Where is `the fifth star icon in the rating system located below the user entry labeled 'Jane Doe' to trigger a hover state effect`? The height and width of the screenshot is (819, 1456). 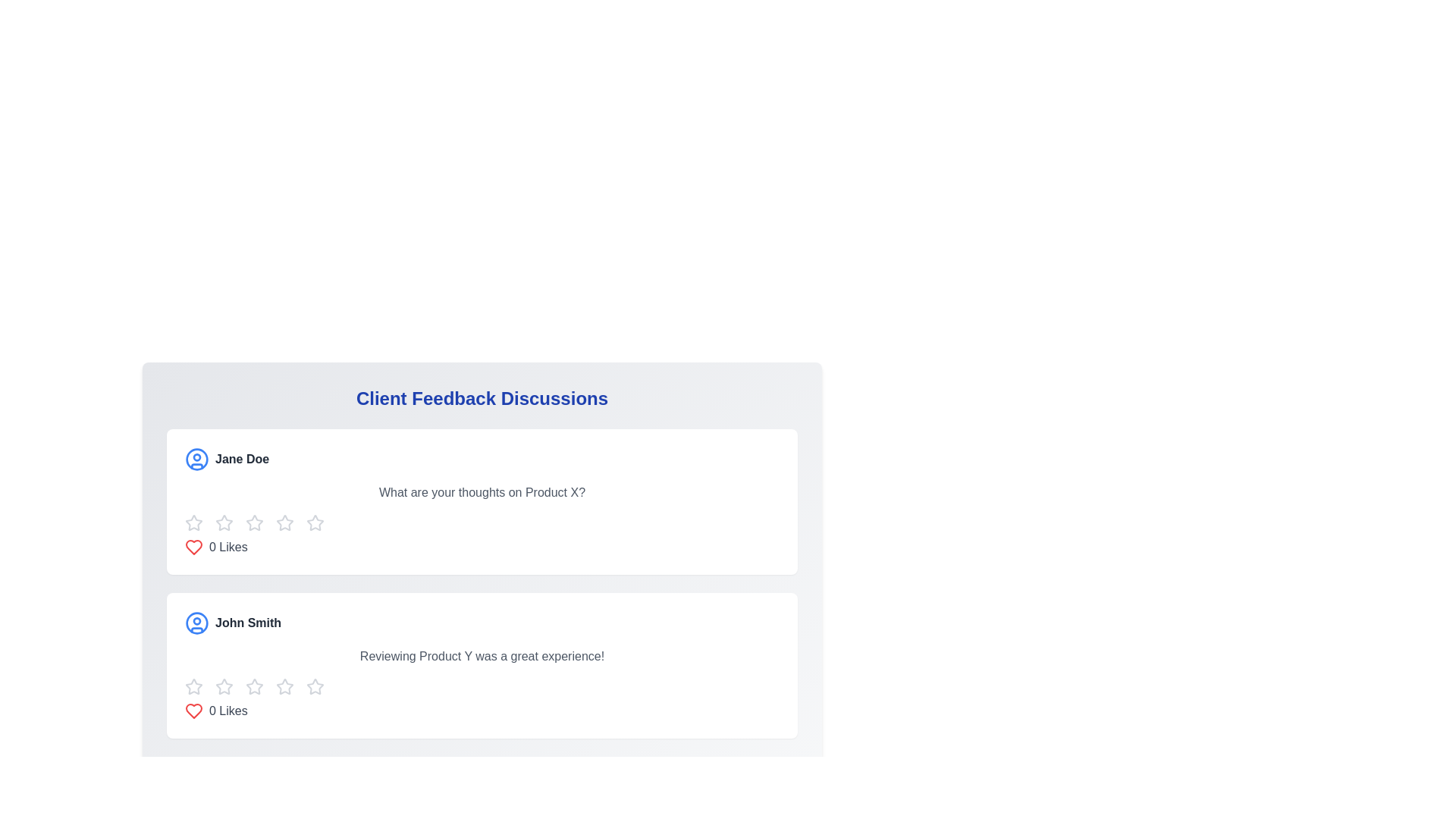 the fifth star icon in the rating system located below the user entry labeled 'Jane Doe' to trigger a hover state effect is located at coordinates (315, 522).